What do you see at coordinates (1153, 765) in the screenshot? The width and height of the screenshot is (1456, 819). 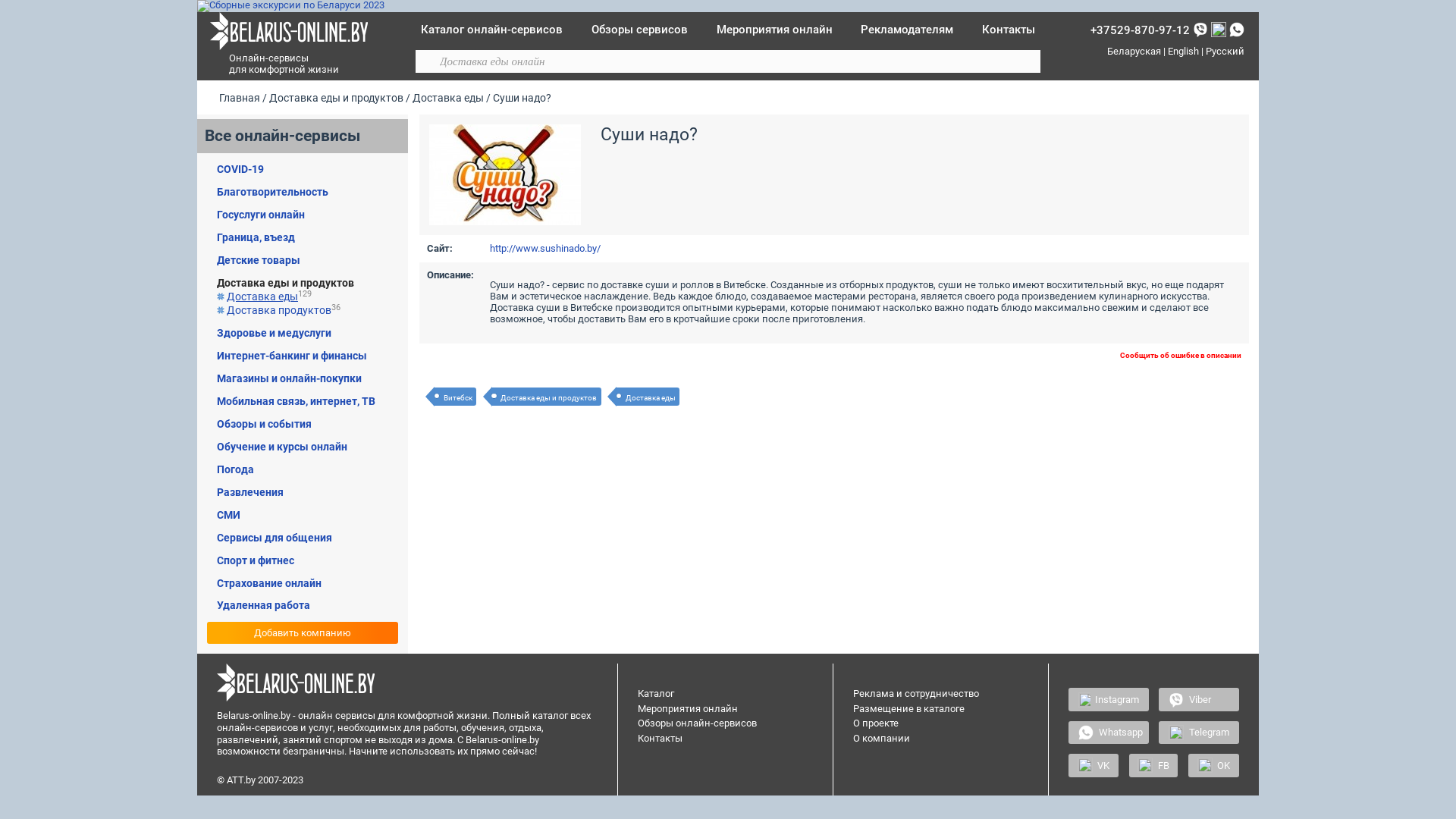 I see `'FB'` at bounding box center [1153, 765].